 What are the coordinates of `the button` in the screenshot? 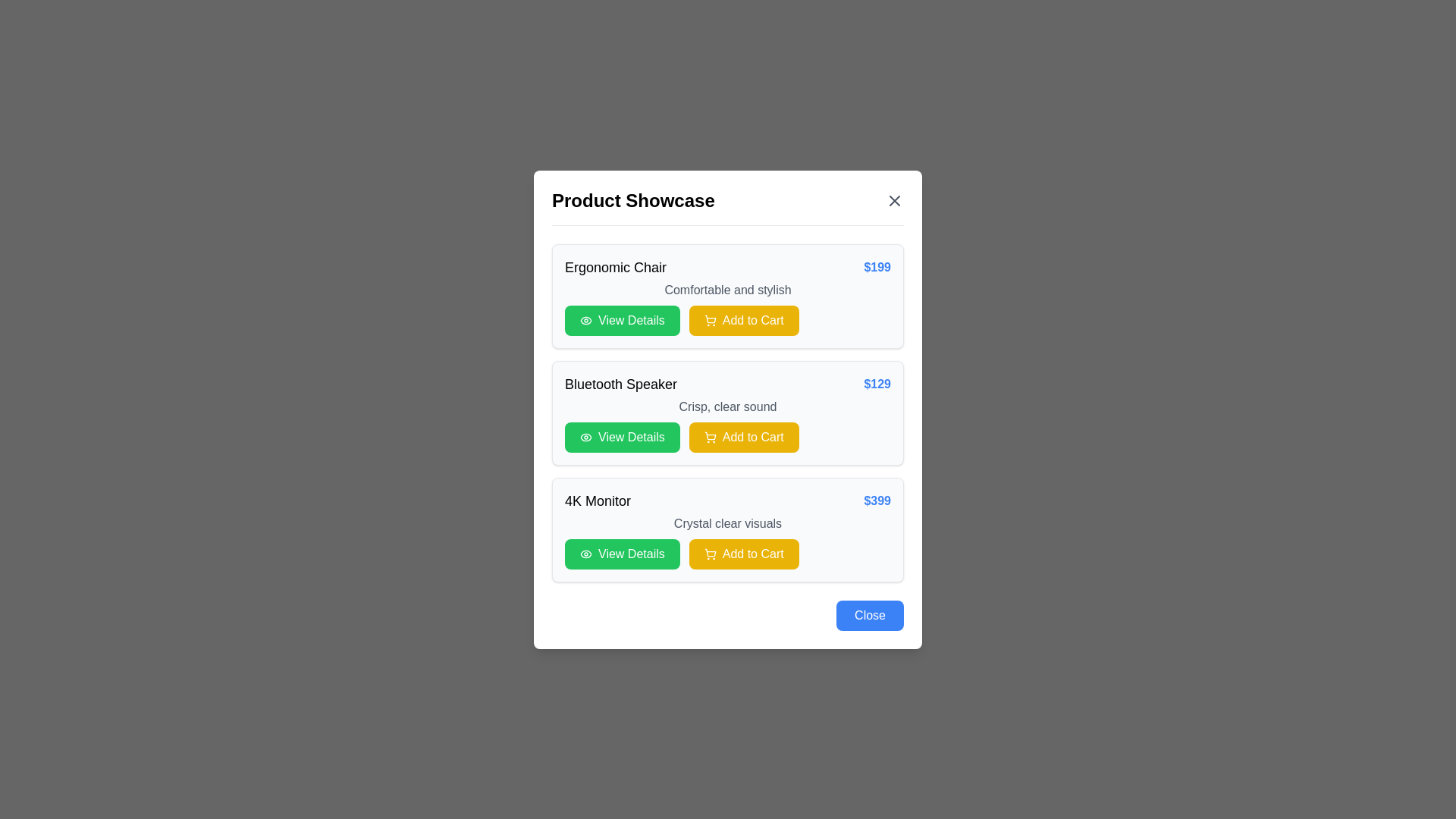 It's located at (622, 554).